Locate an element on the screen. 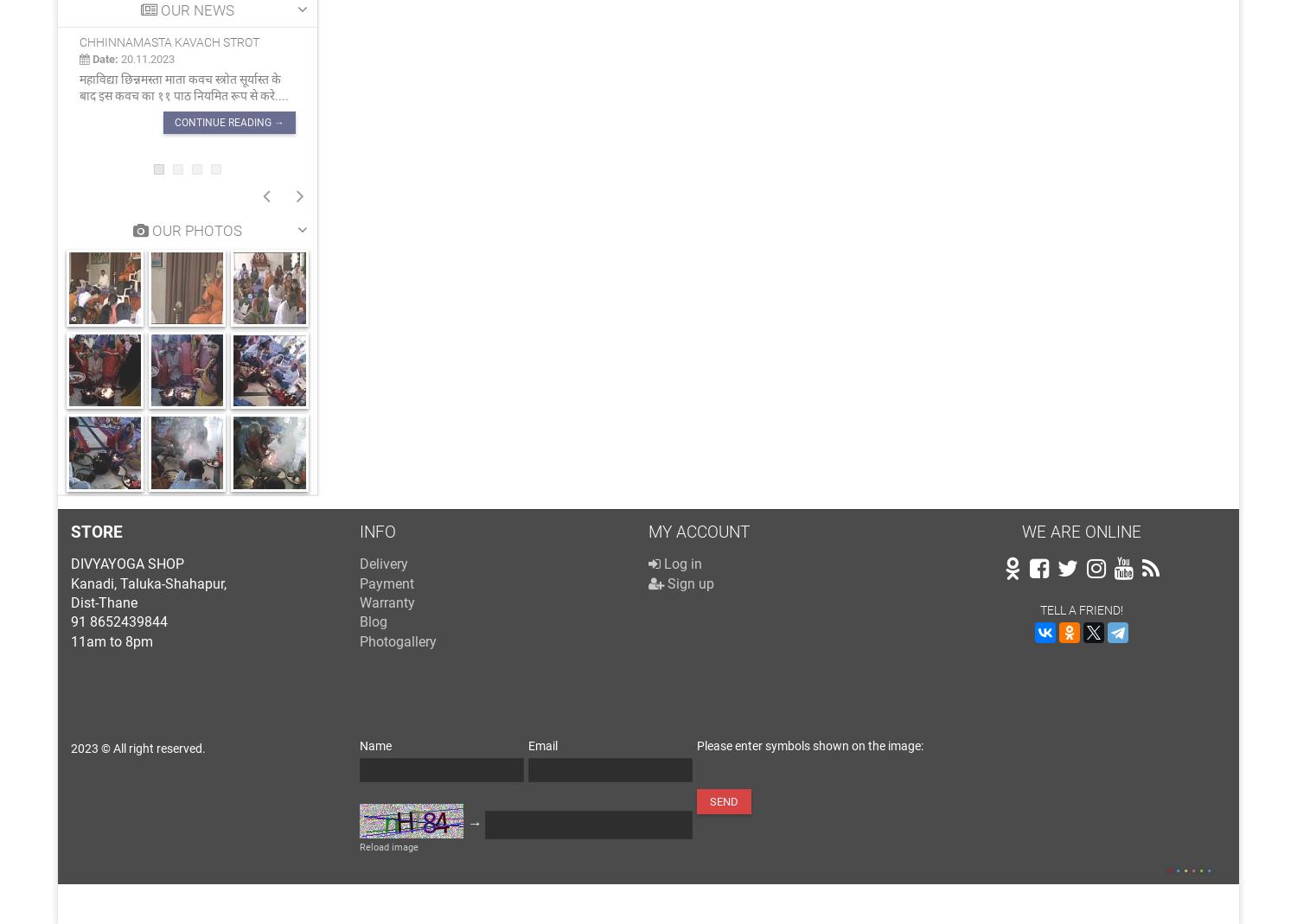 Image resolution: width=1297 pixels, height=924 pixels. 'Our news' is located at coordinates (194, 9).